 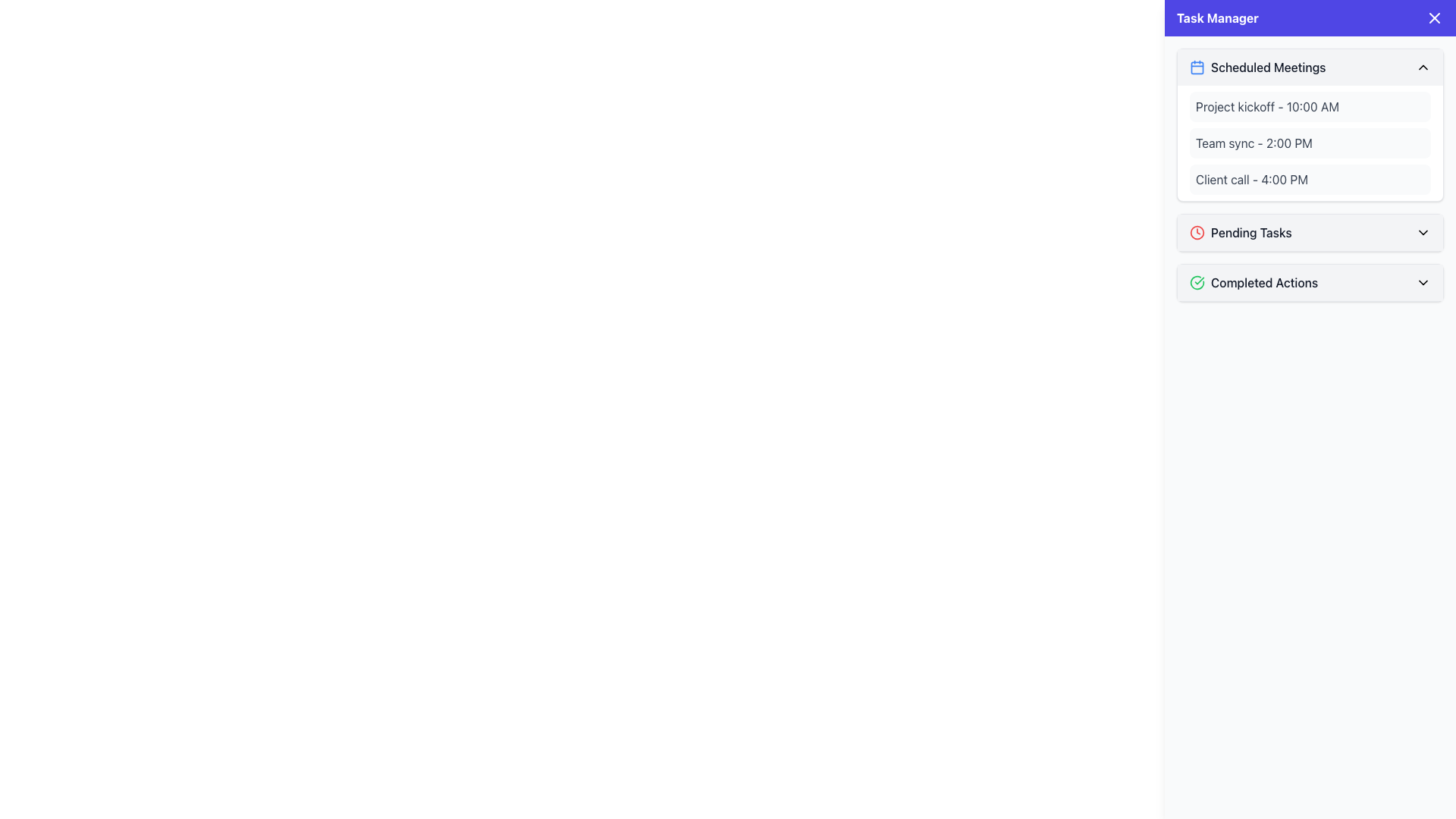 I want to click on text of the Descriptive Label with Icon that displays 'Pending Tasks' located between the clock icon and the text label in the collapsible menu, so click(x=1241, y=233).